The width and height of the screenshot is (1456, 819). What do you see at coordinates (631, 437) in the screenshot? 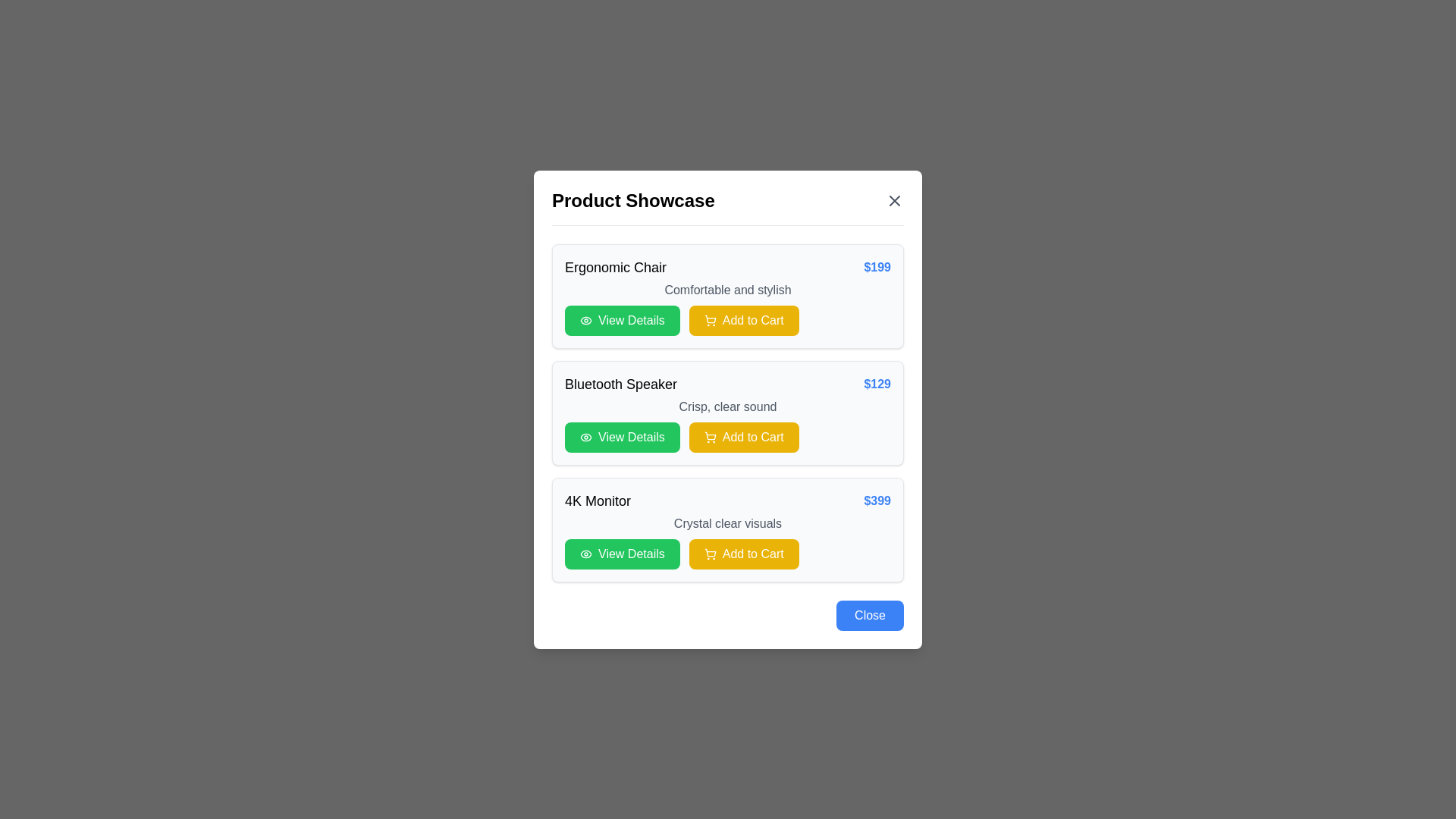
I see `the 'View Details' button with white text on a green background, located within the 'Bluetooth Speaker' product card` at bounding box center [631, 437].